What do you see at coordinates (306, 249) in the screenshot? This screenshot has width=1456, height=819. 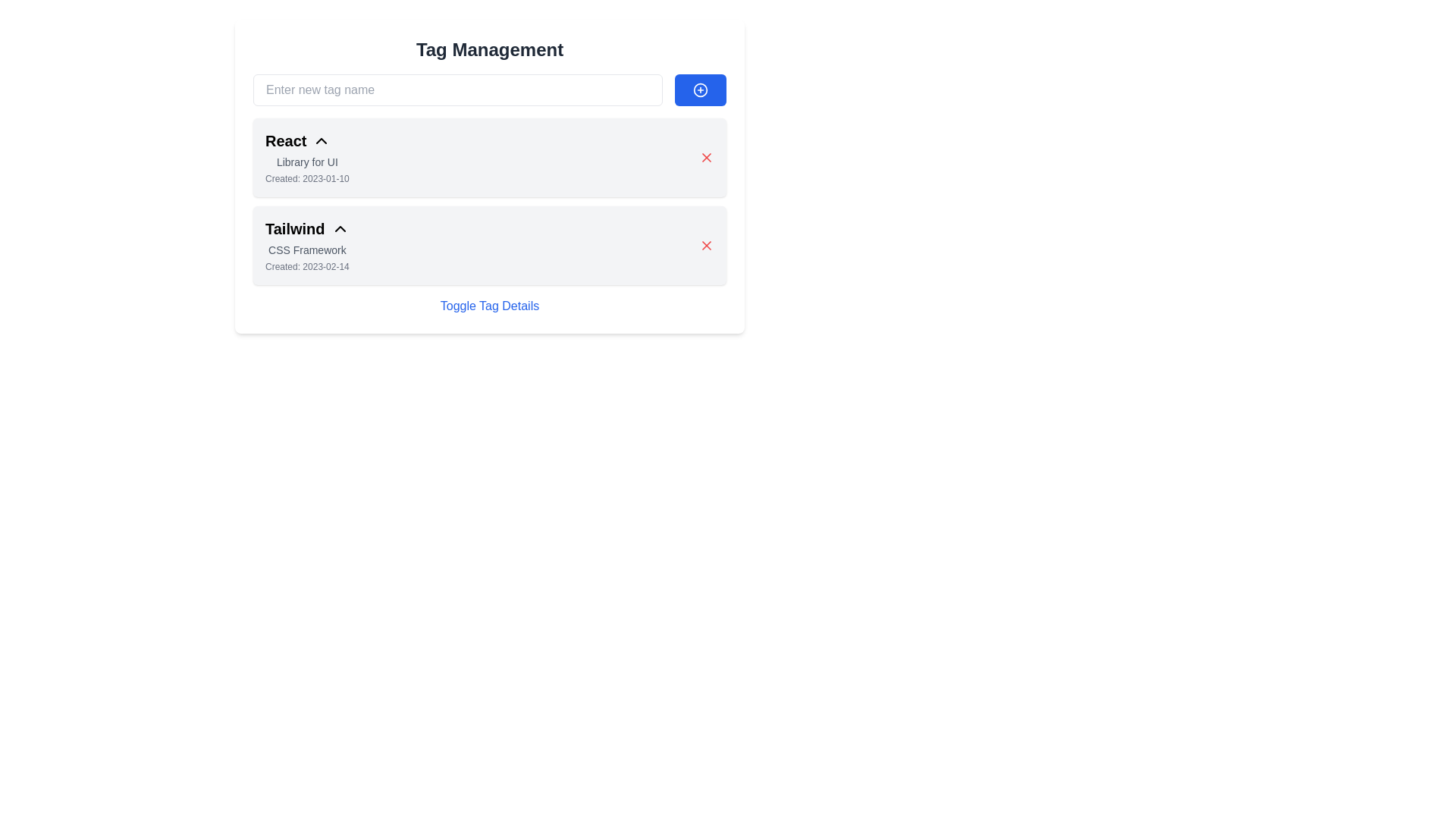 I see `the static text label displaying 'CSS Framework' located between the 'Tailwind' title and the timestamp 'Created: 2023-02-14' in Tag Management` at bounding box center [306, 249].